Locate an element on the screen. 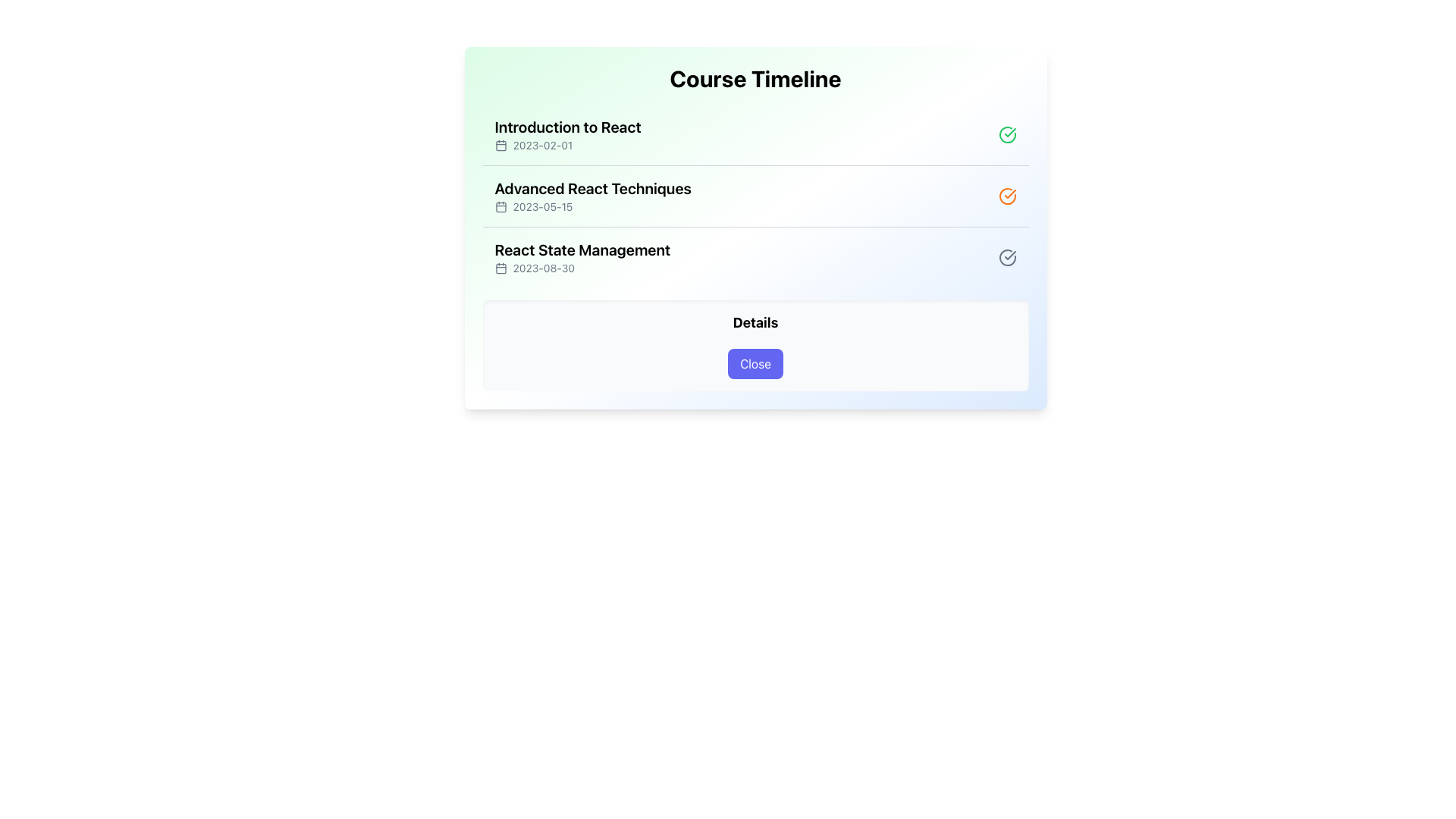 The width and height of the screenshot is (1456, 819). the bold text label displaying 'Introduction to React', which is the first item under the 'Course Timeline' header is located at coordinates (566, 127).